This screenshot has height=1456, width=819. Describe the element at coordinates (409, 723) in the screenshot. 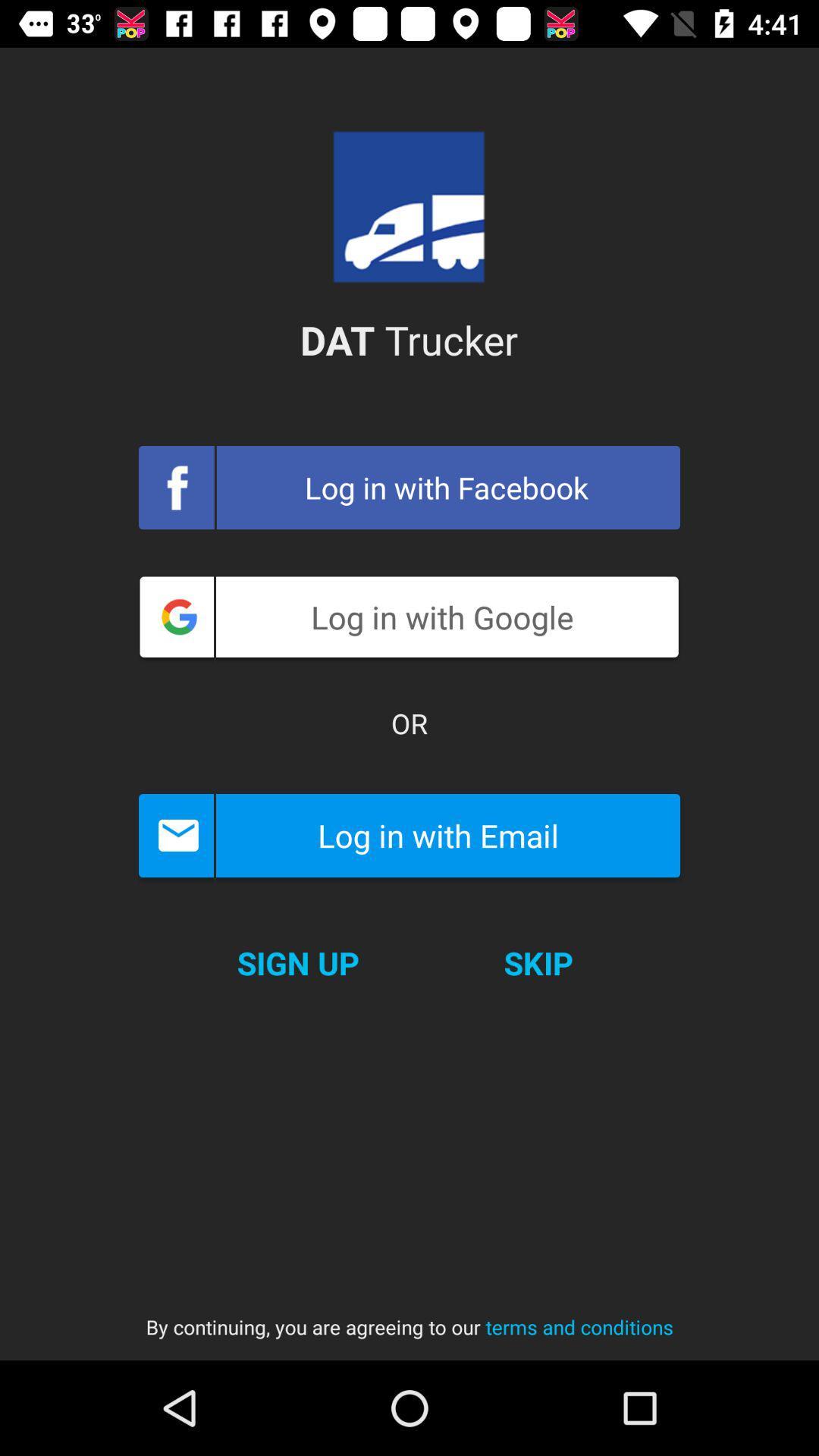

I see `icon above the log in with` at that location.